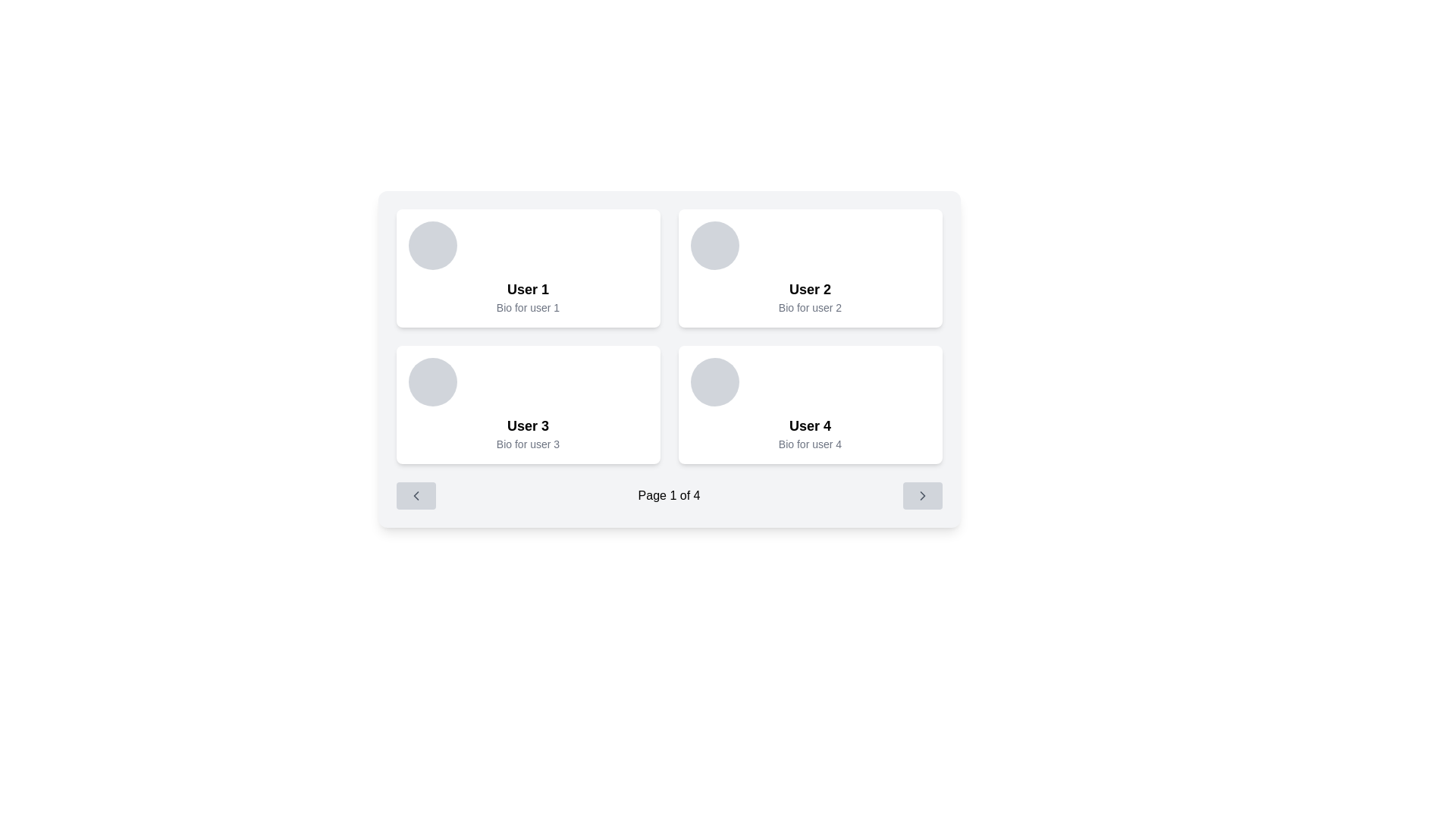  What do you see at coordinates (416, 496) in the screenshot?
I see `the gray button with a left-pointing chevron icon` at bounding box center [416, 496].